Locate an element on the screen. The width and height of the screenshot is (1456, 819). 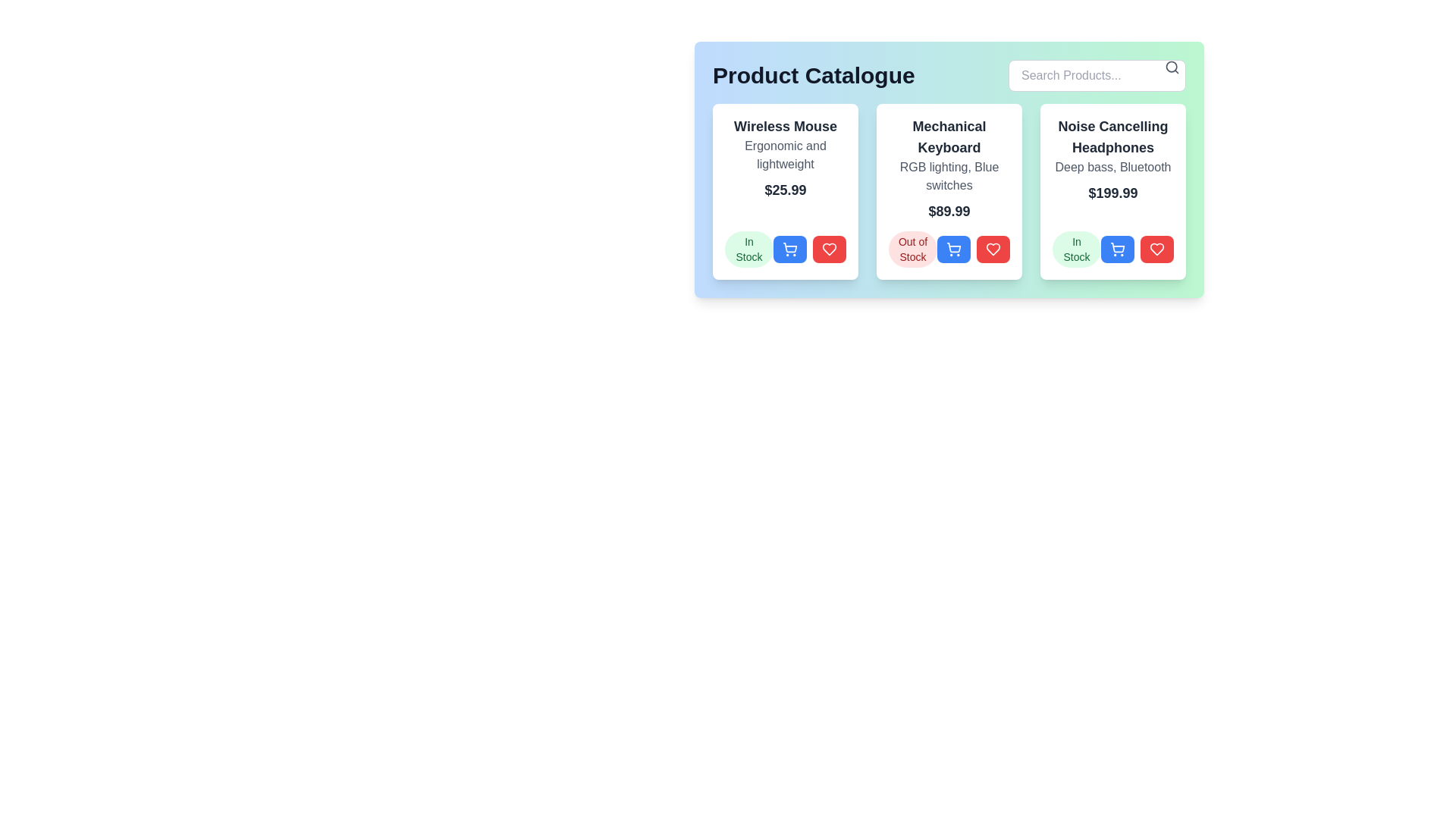
the text label providing supplementary information about the product 'Noise Cancelling Headphones', which highlights its features of deep bass and Bluetooth capabilities is located at coordinates (1113, 167).